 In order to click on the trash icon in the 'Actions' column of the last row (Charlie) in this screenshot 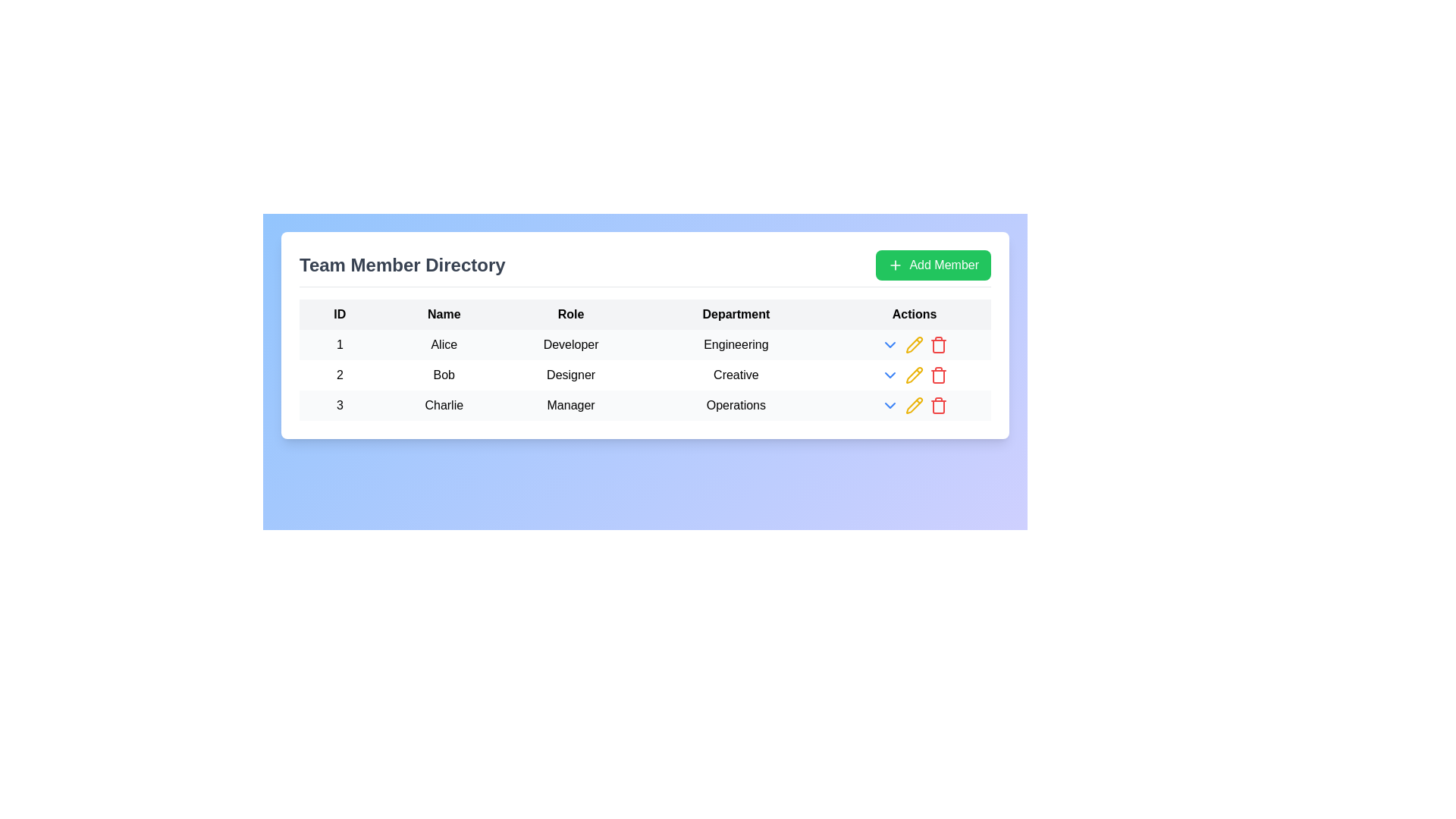, I will do `click(938, 376)`.